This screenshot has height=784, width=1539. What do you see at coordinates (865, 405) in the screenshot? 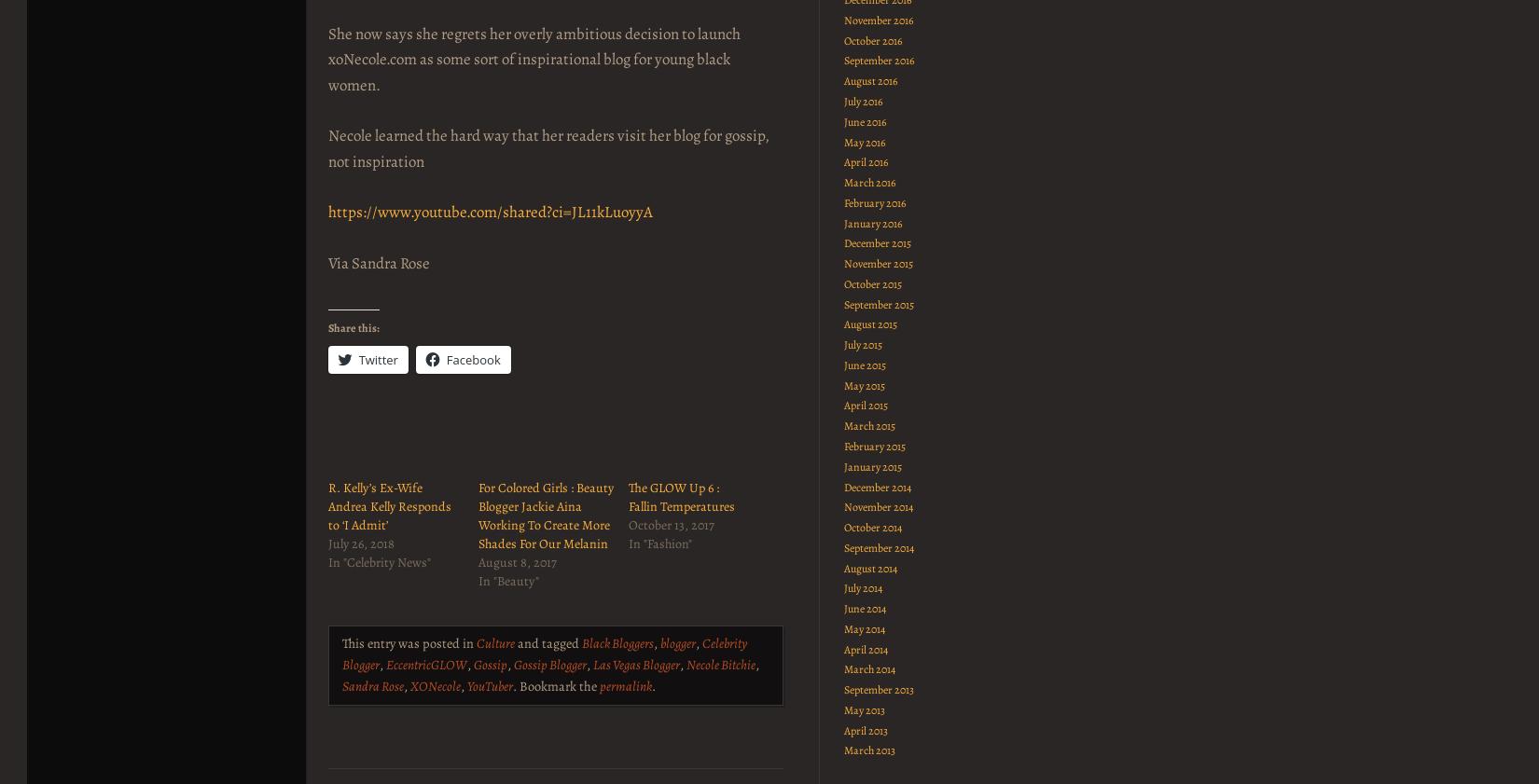
I see `'April 2015'` at bounding box center [865, 405].